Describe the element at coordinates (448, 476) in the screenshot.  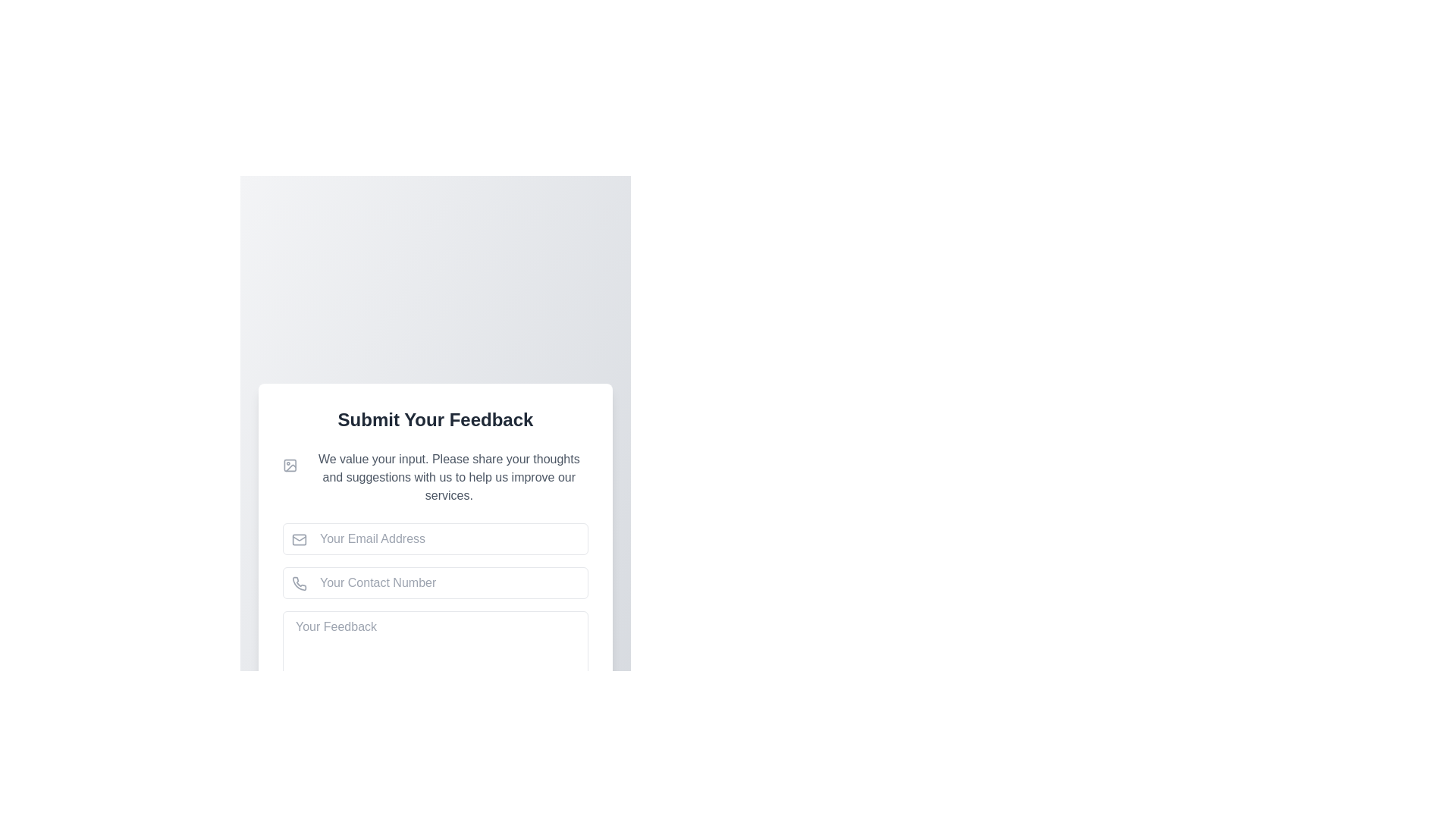
I see `the Informational Text Block that is styled in gray and located below the 'Submit Your Feedback' header, which contains the text: 'We value your input. Please share your thoughts and suggestions with us to help us improve our services.'` at that location.